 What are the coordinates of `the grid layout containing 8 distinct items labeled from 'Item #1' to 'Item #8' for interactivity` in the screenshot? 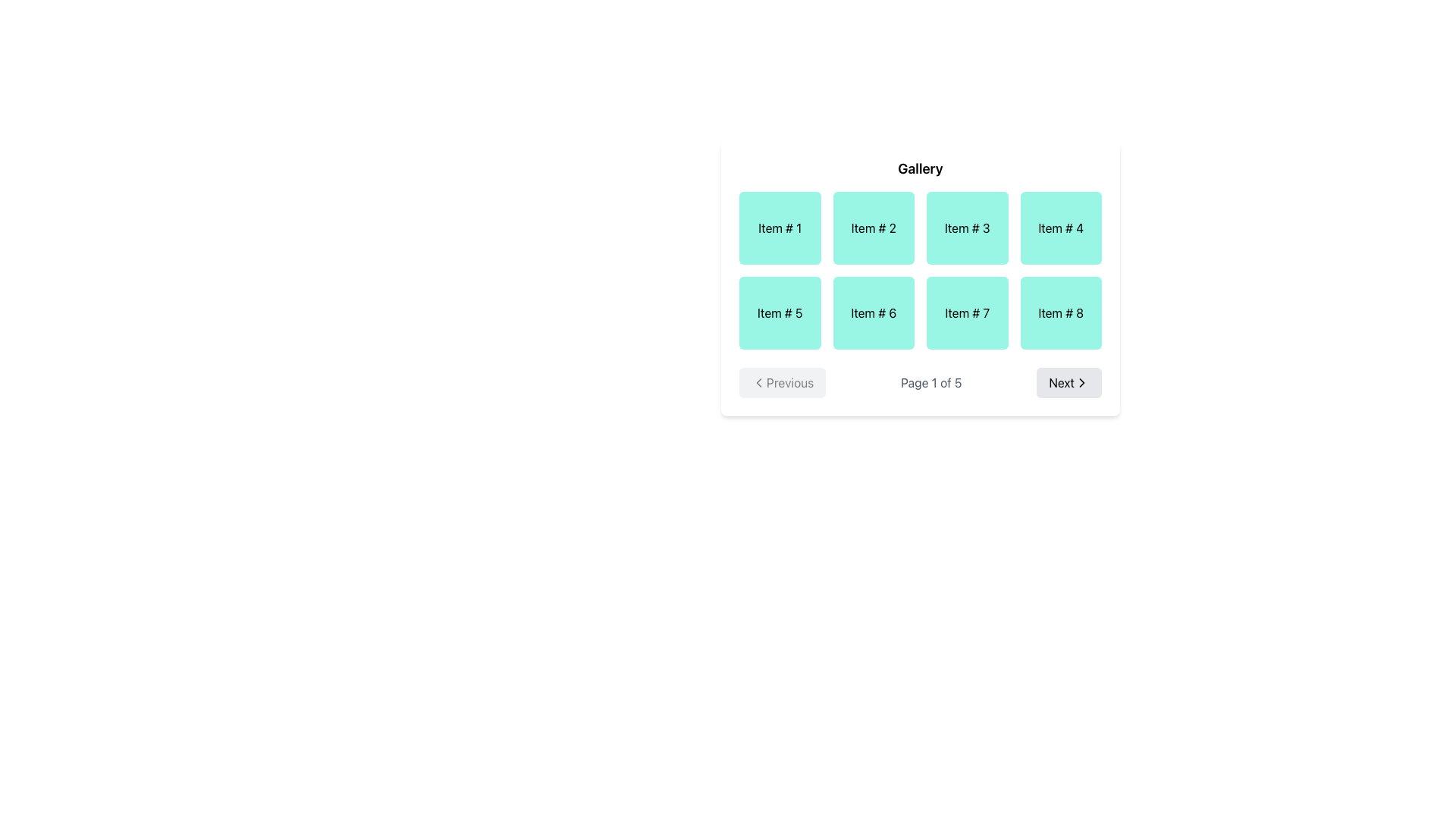 It's located at (920, 270).